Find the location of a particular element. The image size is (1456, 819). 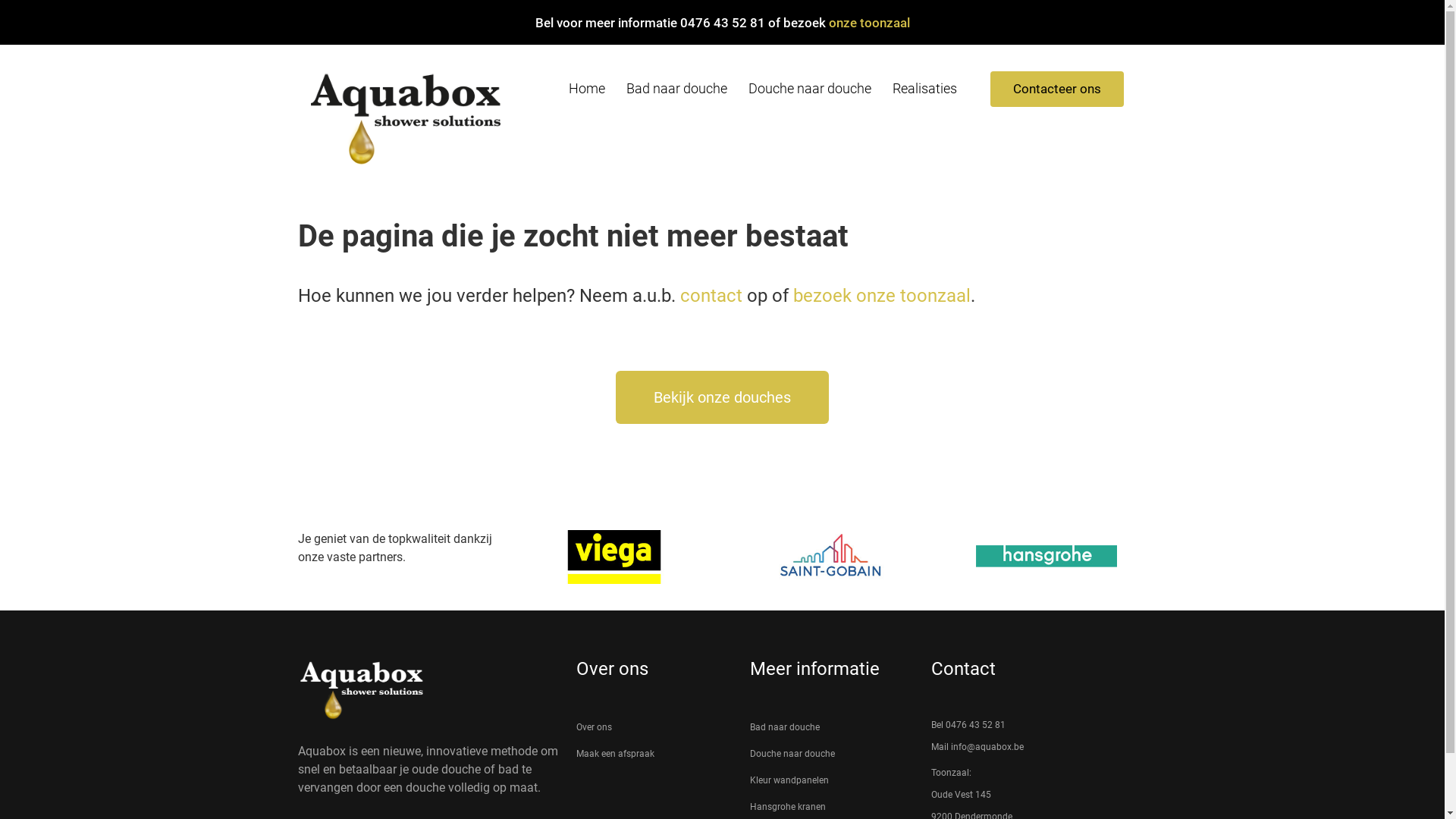

'Hansgrohe kranen' is located at coordinates (749, 806).